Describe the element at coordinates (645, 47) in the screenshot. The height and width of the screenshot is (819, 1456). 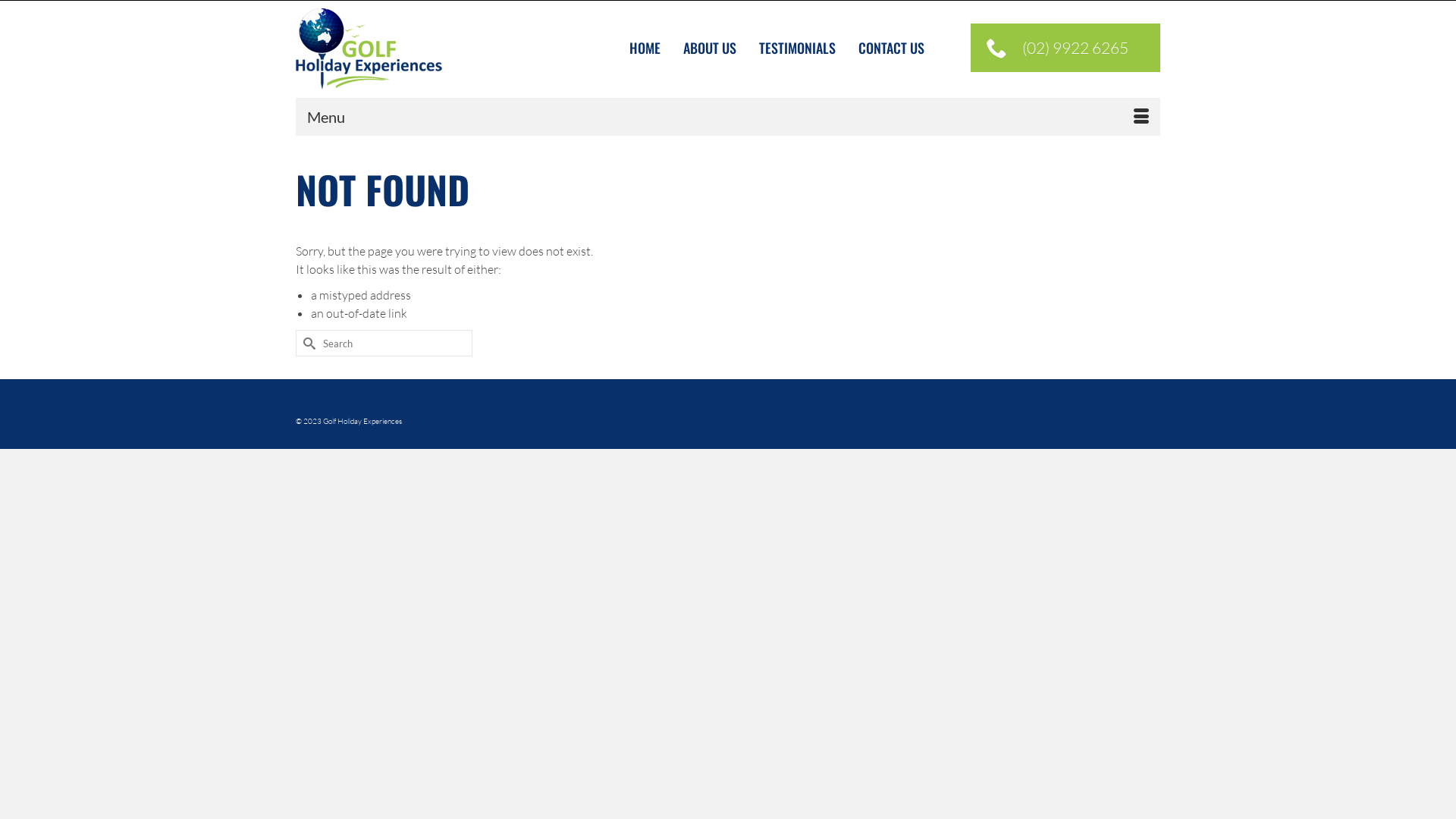
I see `'HOME'` at that location.